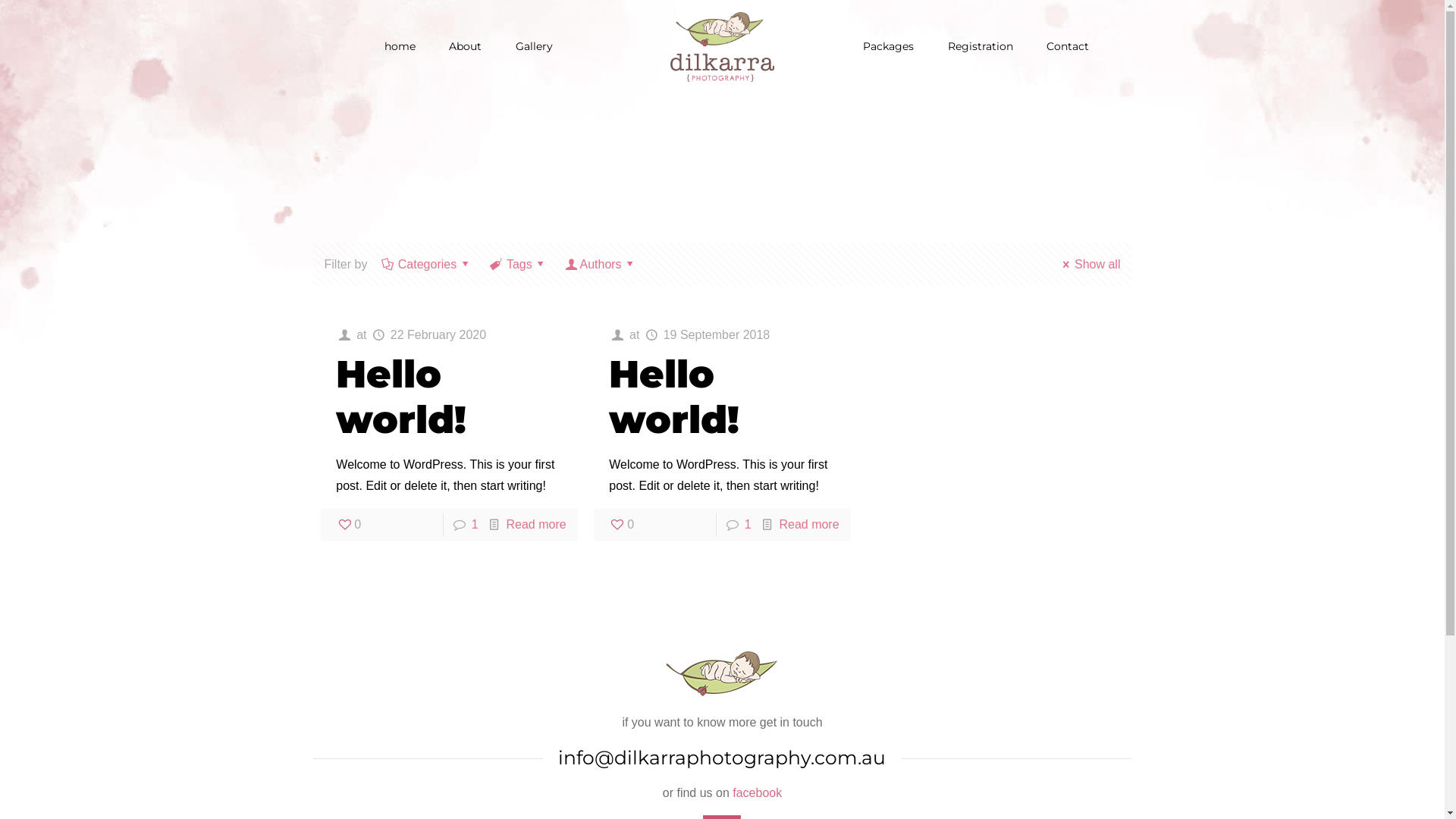 This screenshot has height=819, width=1456. Describe the element at coordinates (369, 45) in the screenshot. I see `'home'` at that location.